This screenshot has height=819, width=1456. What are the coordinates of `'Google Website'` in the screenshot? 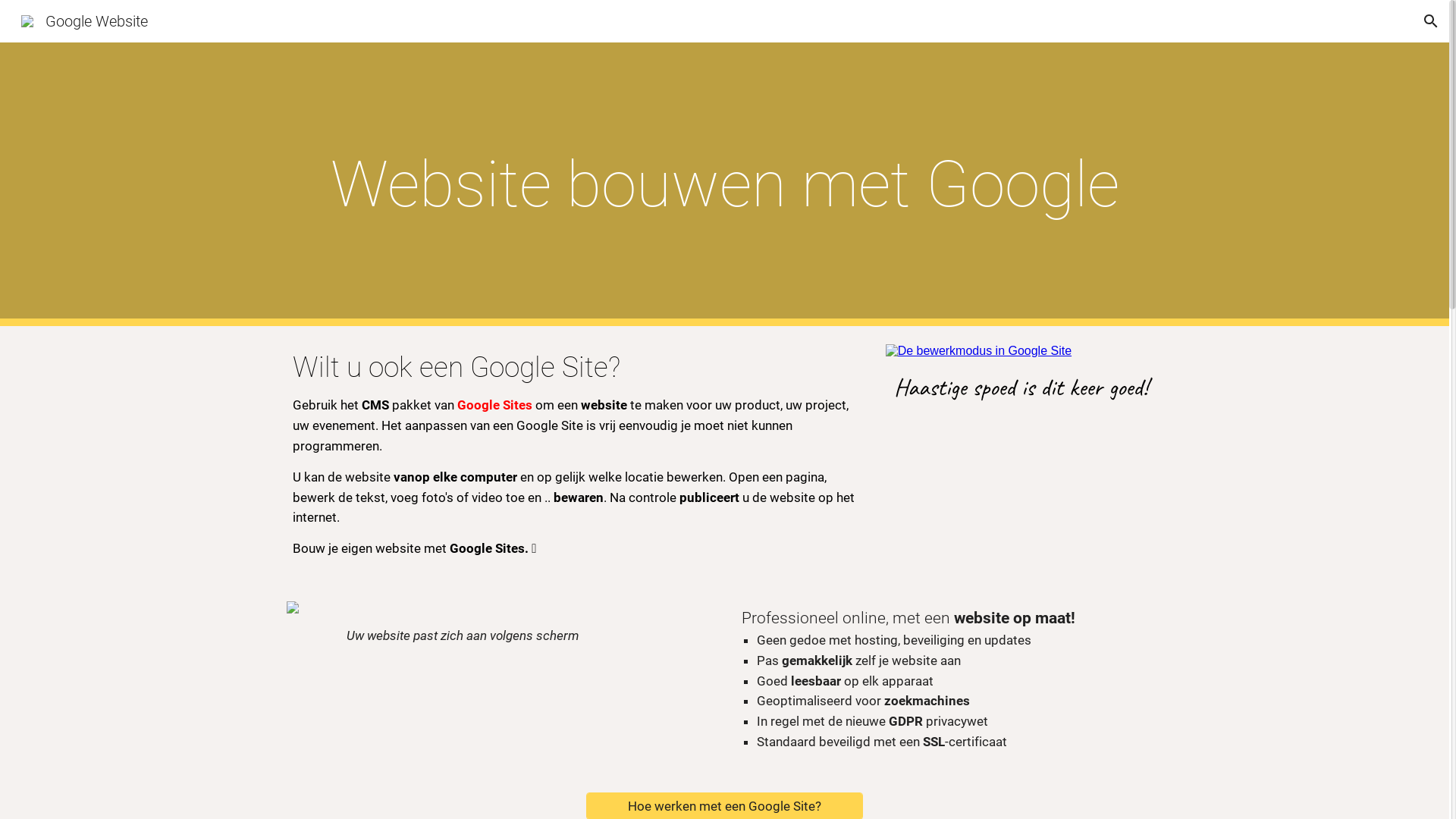 It's located at (83, 20).